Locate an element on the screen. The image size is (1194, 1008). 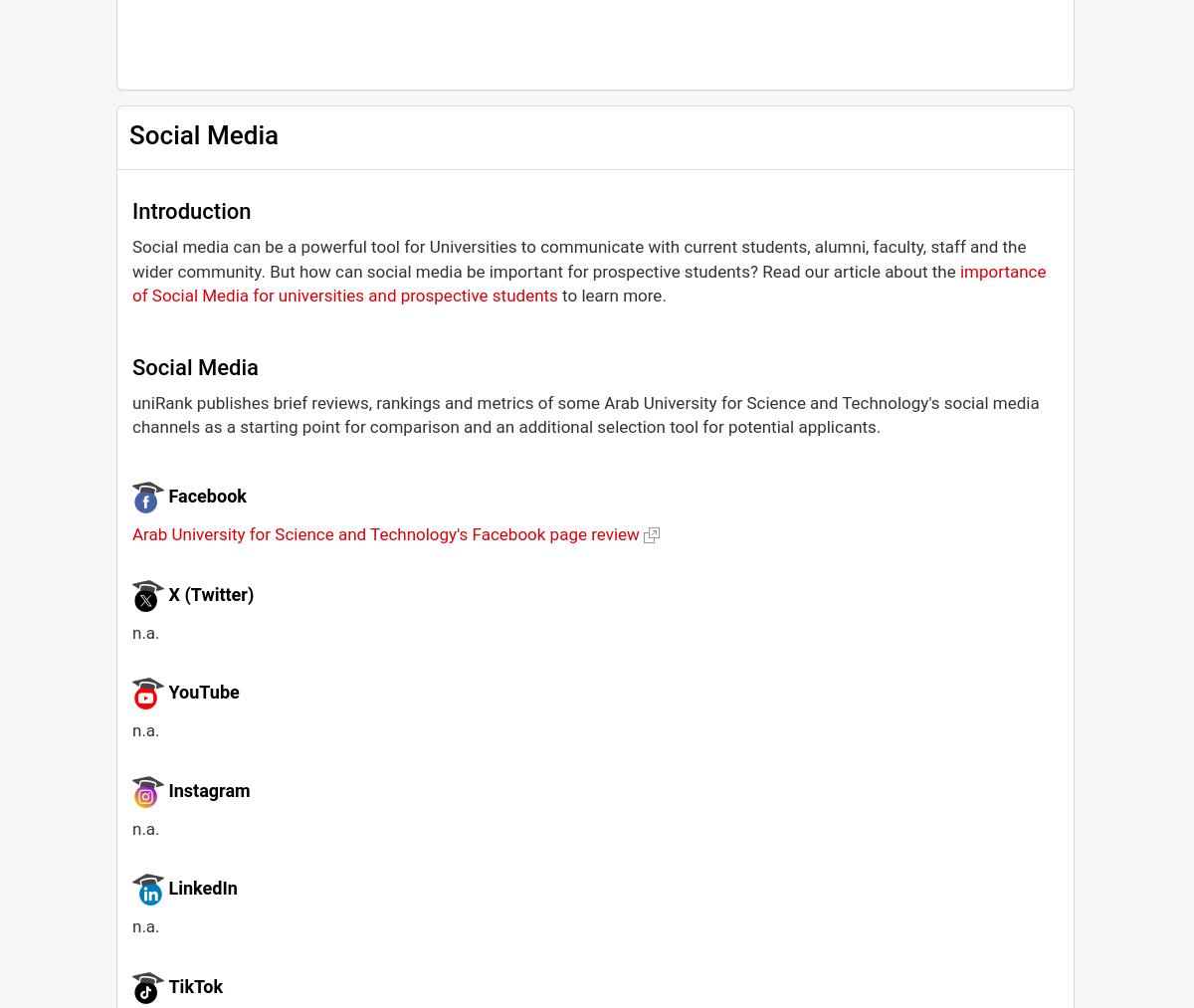
'Social media can be a powerful tool for Universities to communicate with current students, alumni, faculty, staff and the wider community. But how can social media be important for prospective students? Read our article about the' is located at coordinates (578, 258).